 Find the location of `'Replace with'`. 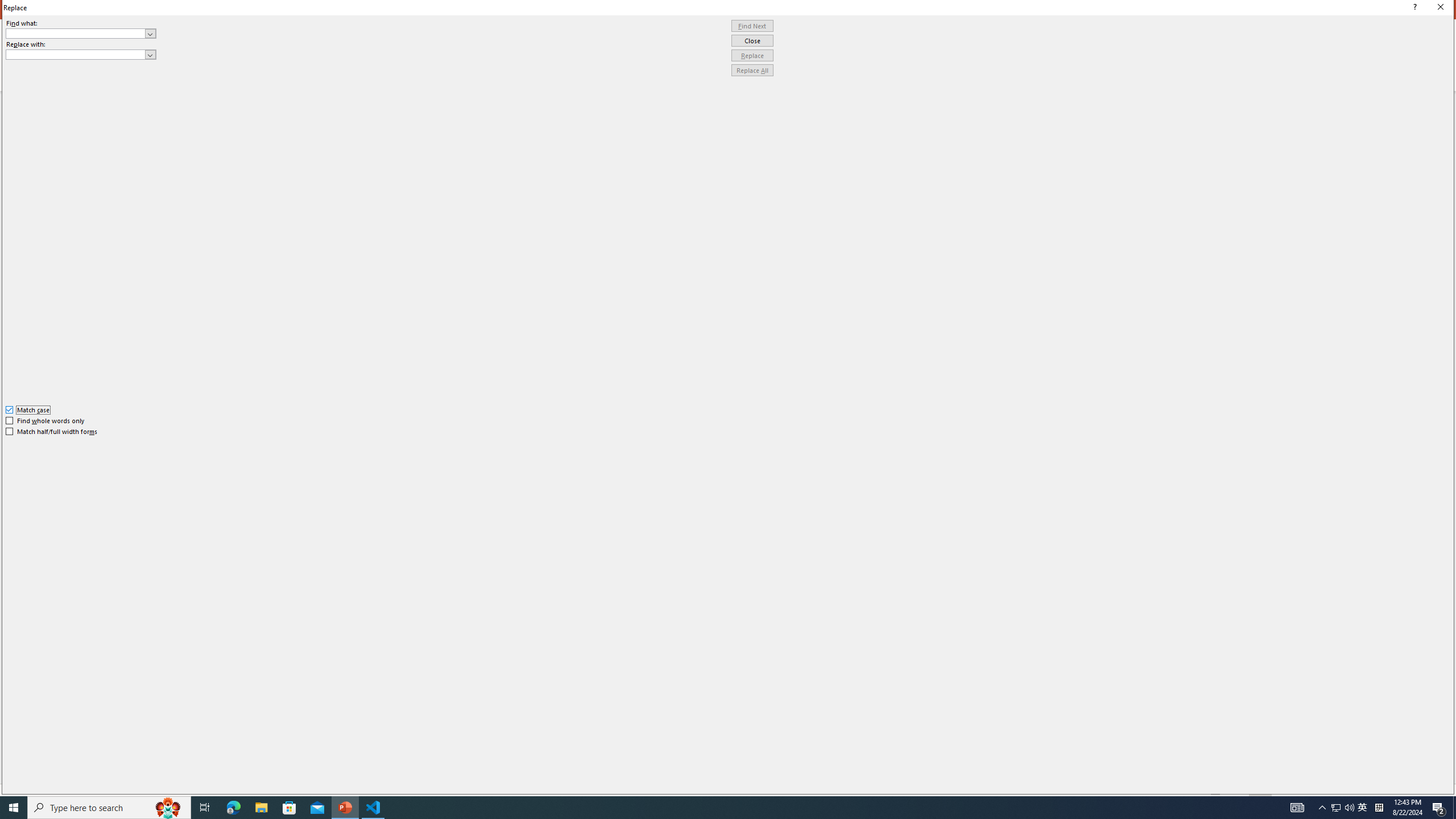

'Replace with' is located at coordinates (81, 54).